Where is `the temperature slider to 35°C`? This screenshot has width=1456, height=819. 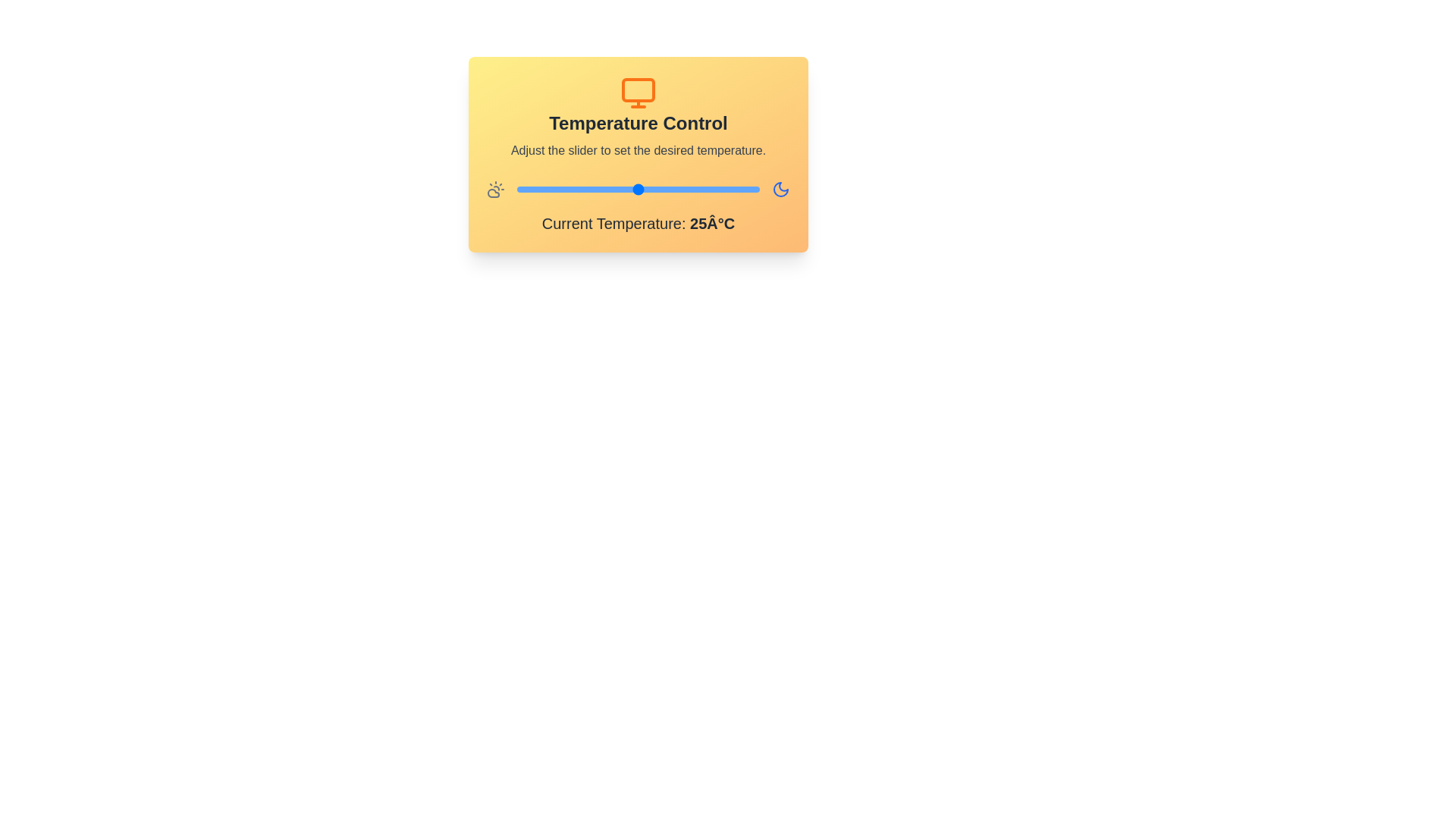 the temperature slider to 35°C is located at coordinates (718, 189).